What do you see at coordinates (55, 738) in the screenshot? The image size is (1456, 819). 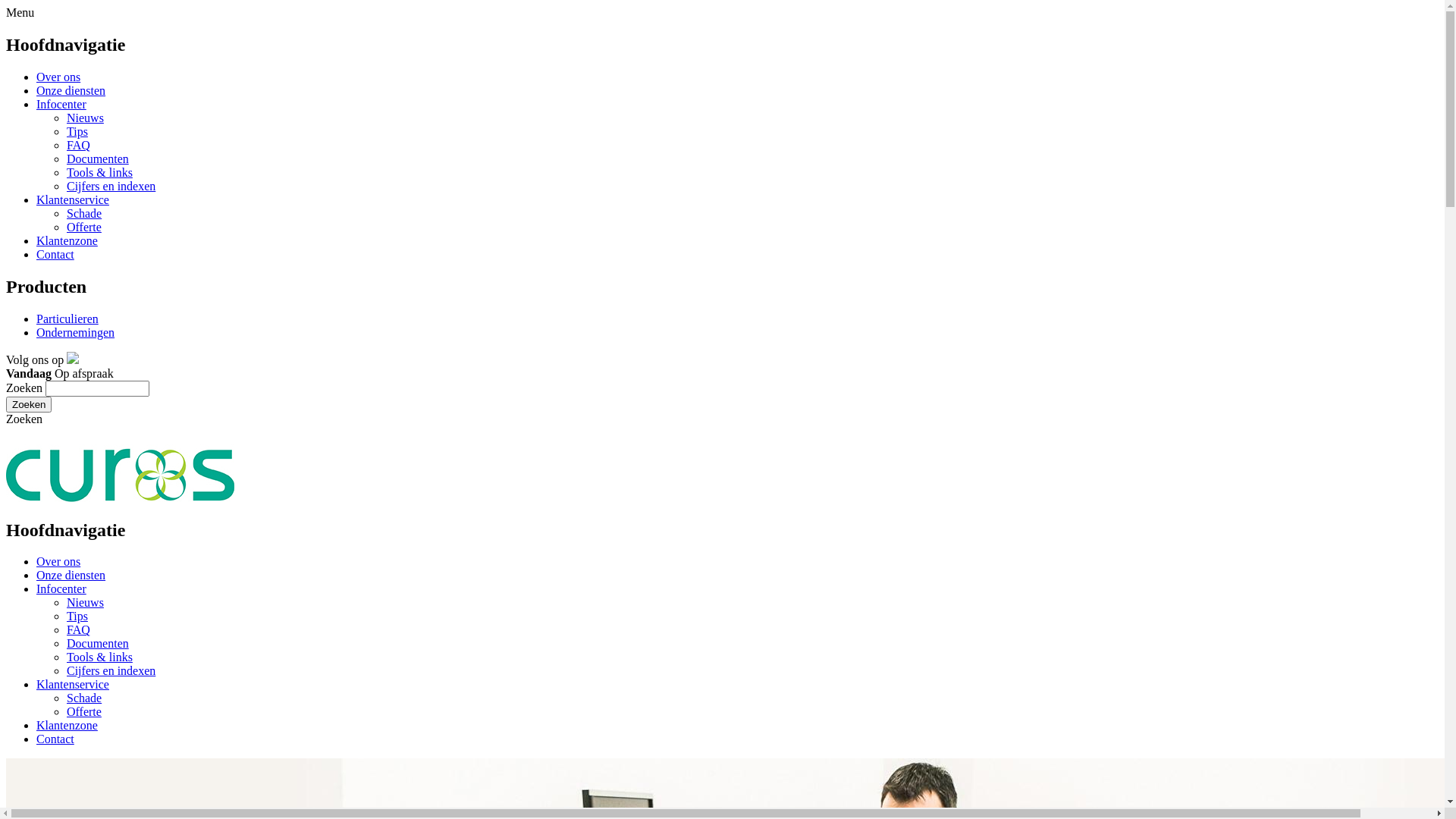 I see `'Contact'` at bounding box center [55, 738].